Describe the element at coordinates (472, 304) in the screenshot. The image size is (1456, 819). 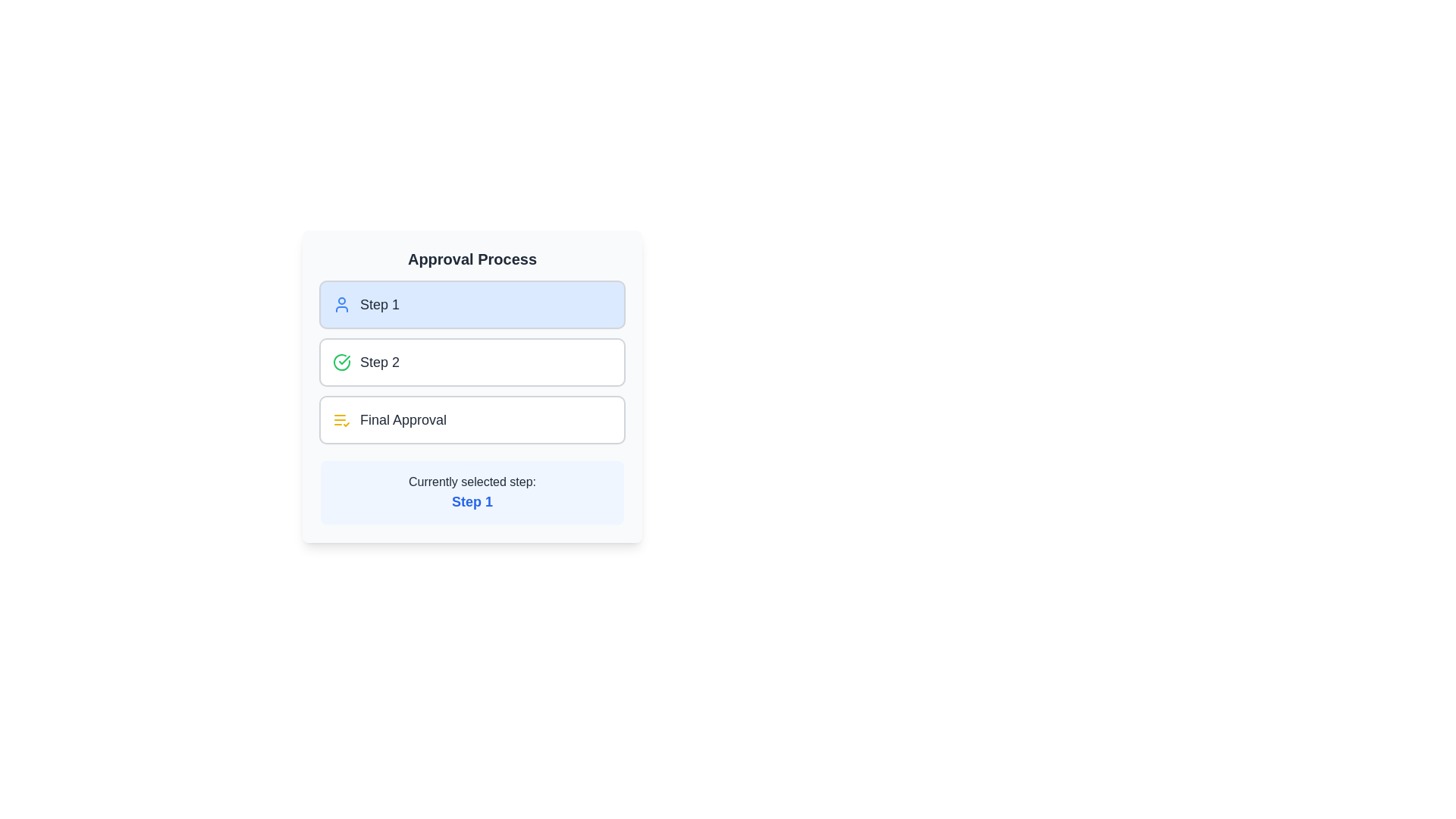
I see `the step Step 1 by clicking on its corresponding section` at that location.